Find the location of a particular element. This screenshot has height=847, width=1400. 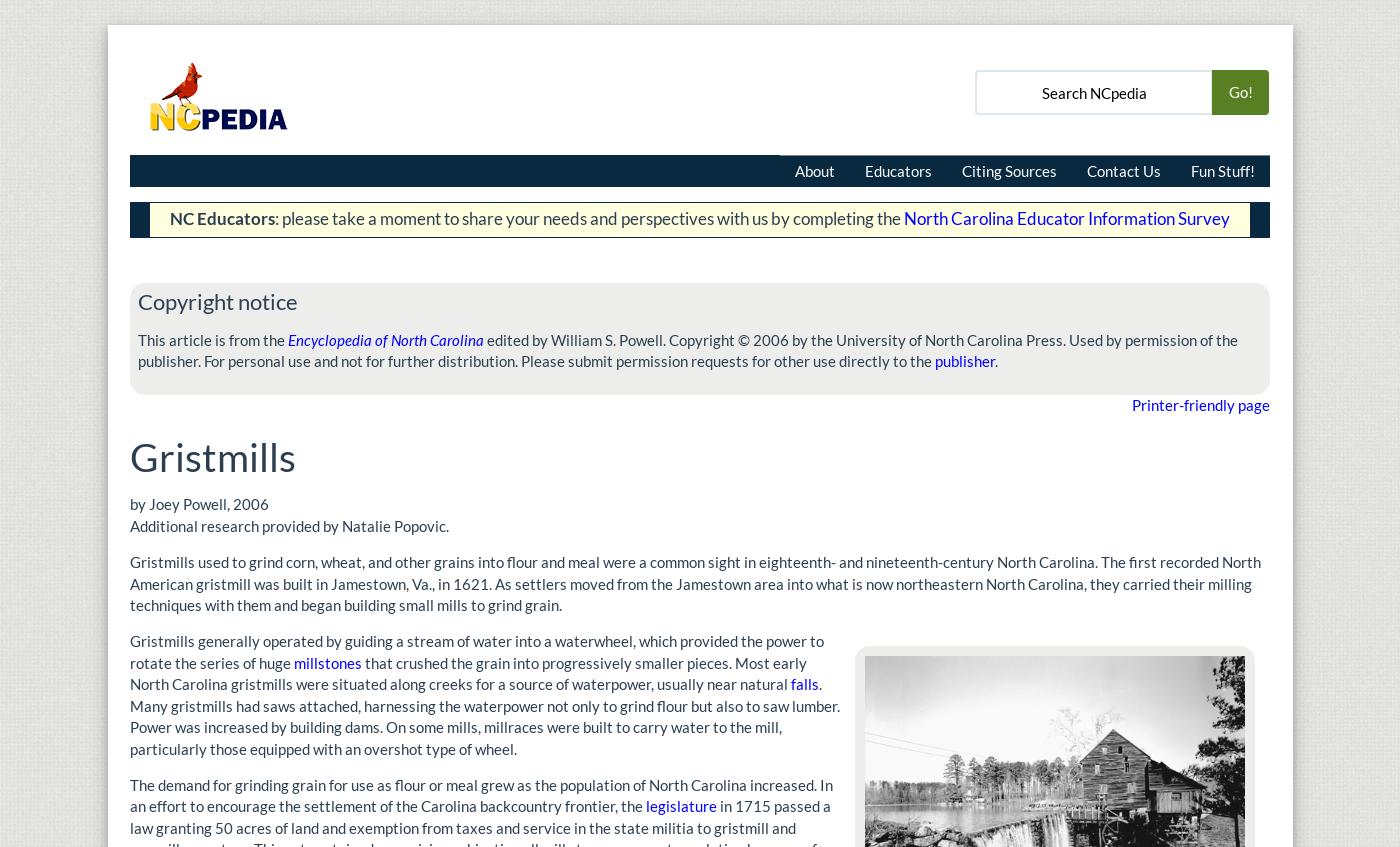

'The demand for grinding grain for use as flour or meal grew as the population of North Carolina increased. In an effort to encourage the settlement of the Carolina backcountry frontier, the' is located at coordinates (481, 794).